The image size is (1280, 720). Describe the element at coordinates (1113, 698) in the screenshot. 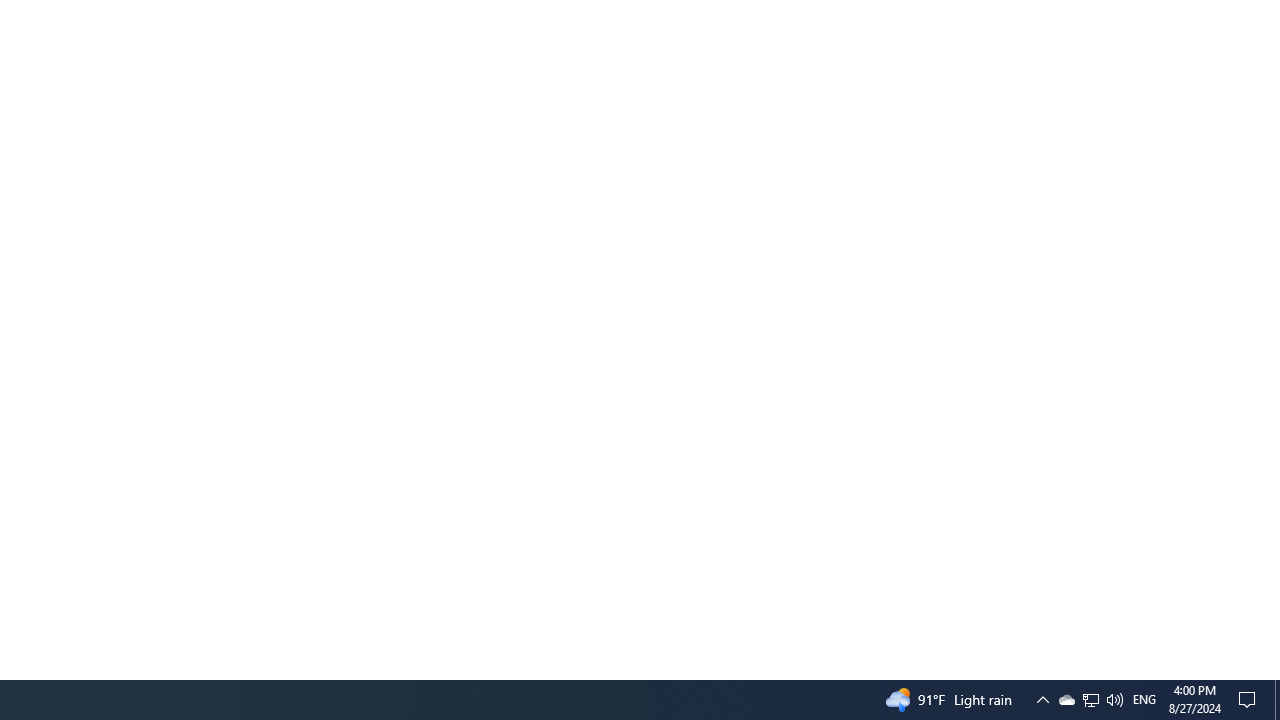

I see `'User Promoted Notification Area'` at that location.